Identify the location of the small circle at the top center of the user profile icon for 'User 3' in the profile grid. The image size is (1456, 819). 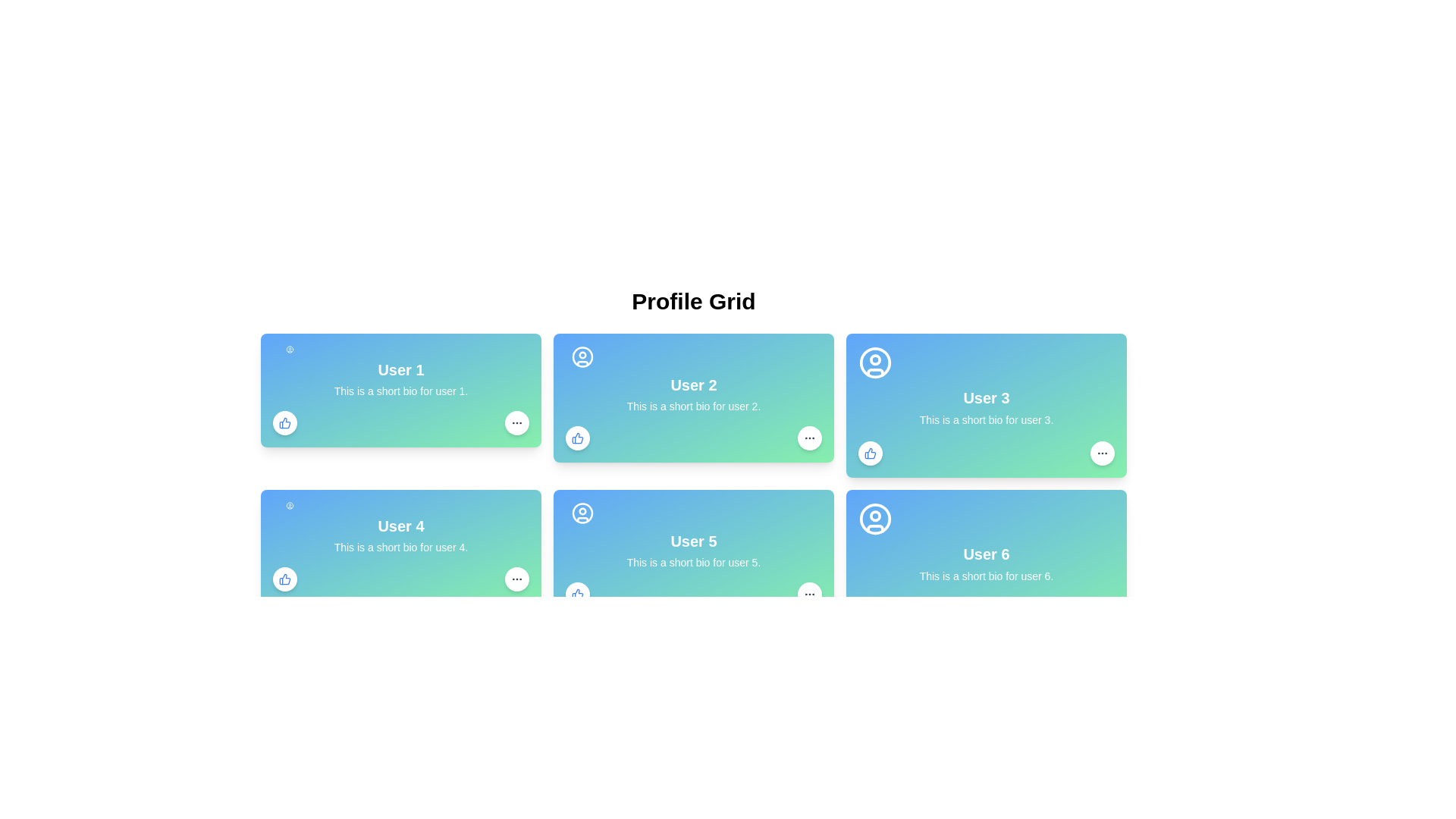
(875, 359).